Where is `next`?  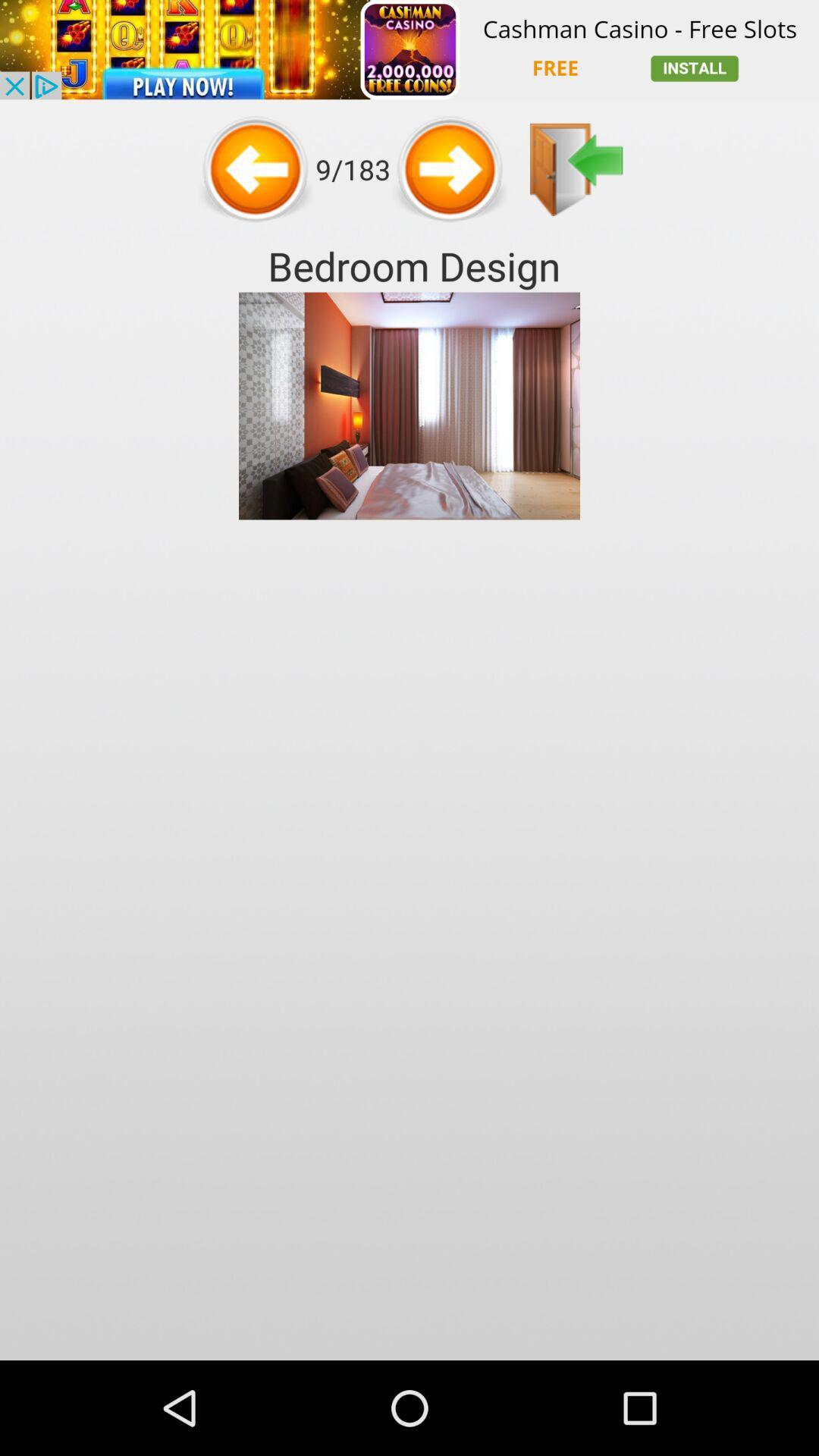
next is located at coordinates (450, 169).